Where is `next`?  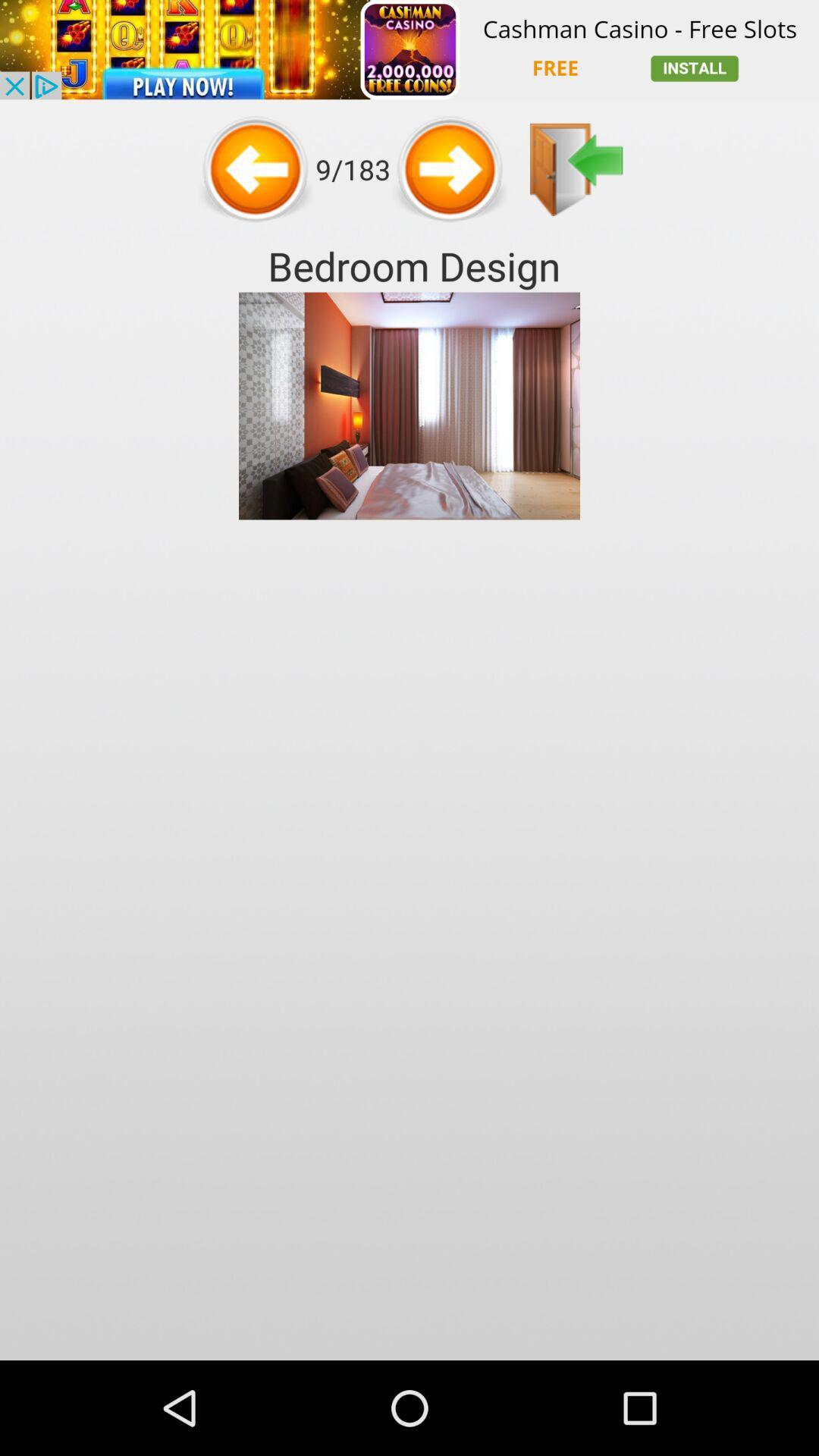
next is located at coordinates (450, 169).